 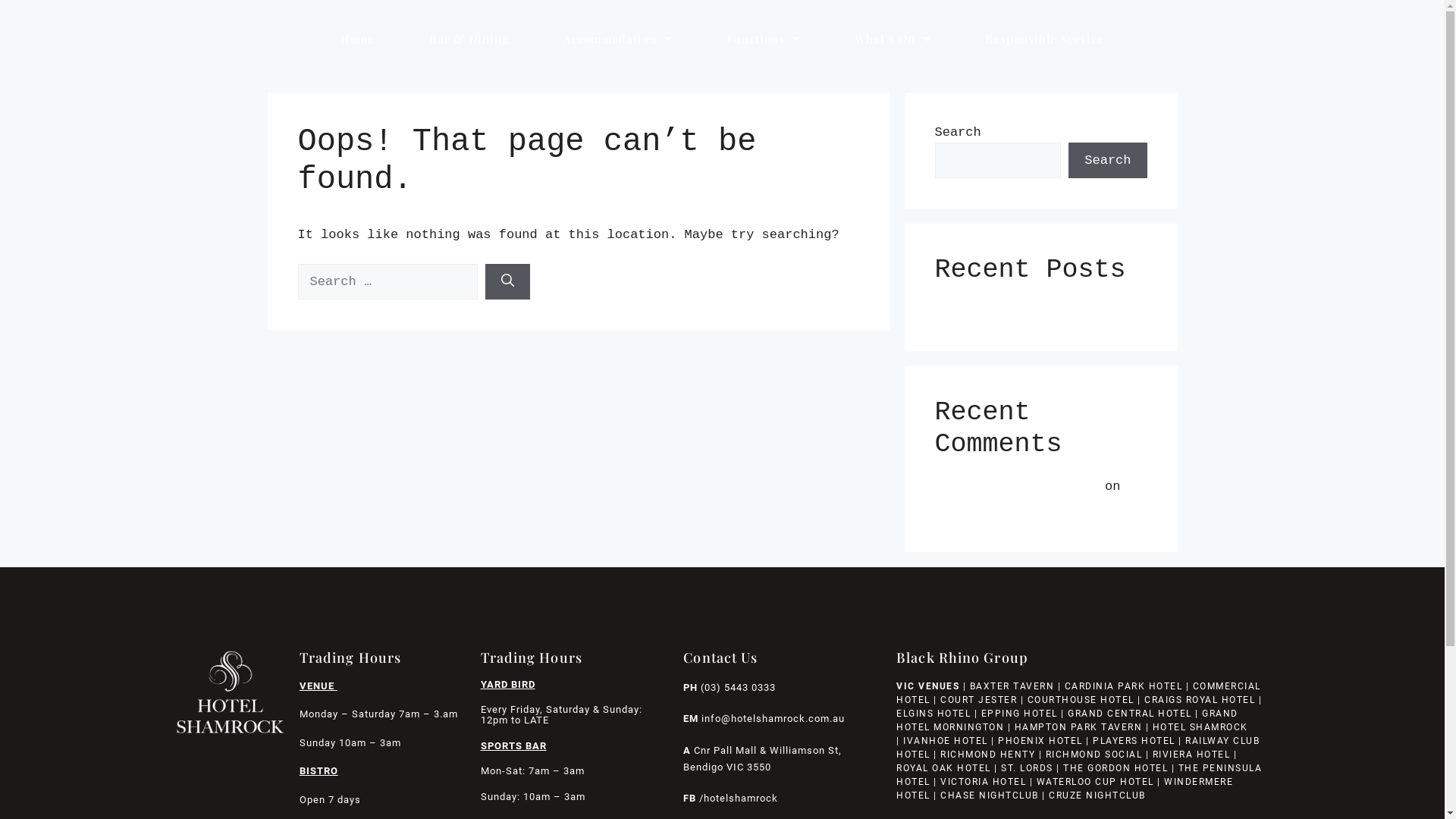 What do you see at coordinates (1099, 795) in the screenshot?
I see `'CRUZE NIGHTCLUB '` at bounding box center [1099, 795].